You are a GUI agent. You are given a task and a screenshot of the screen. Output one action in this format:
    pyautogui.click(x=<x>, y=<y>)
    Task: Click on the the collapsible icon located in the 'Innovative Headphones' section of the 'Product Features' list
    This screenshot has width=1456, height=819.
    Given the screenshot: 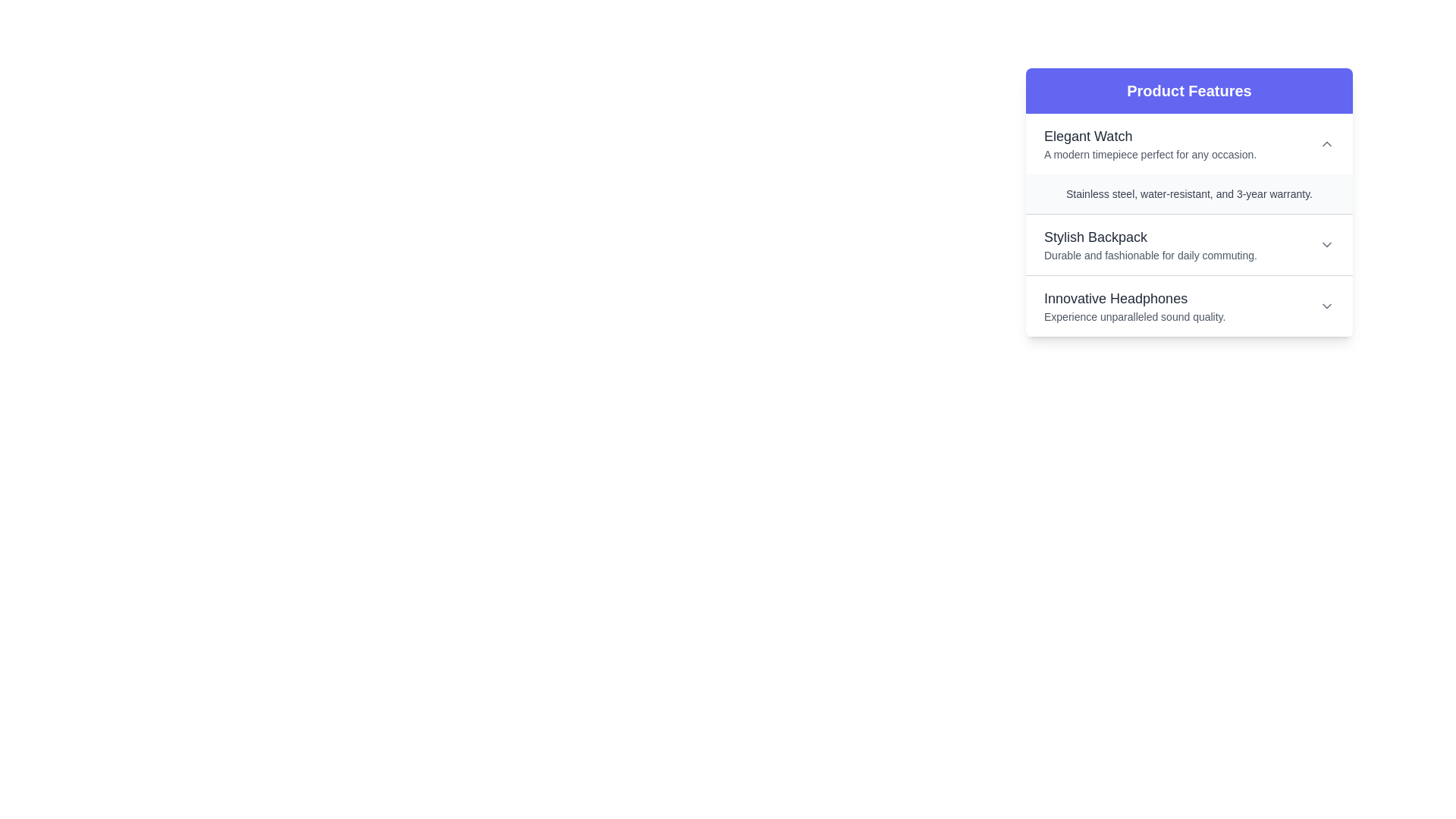 What is the action you would take?
    pyautogui.click(x=1326, y=306)
    